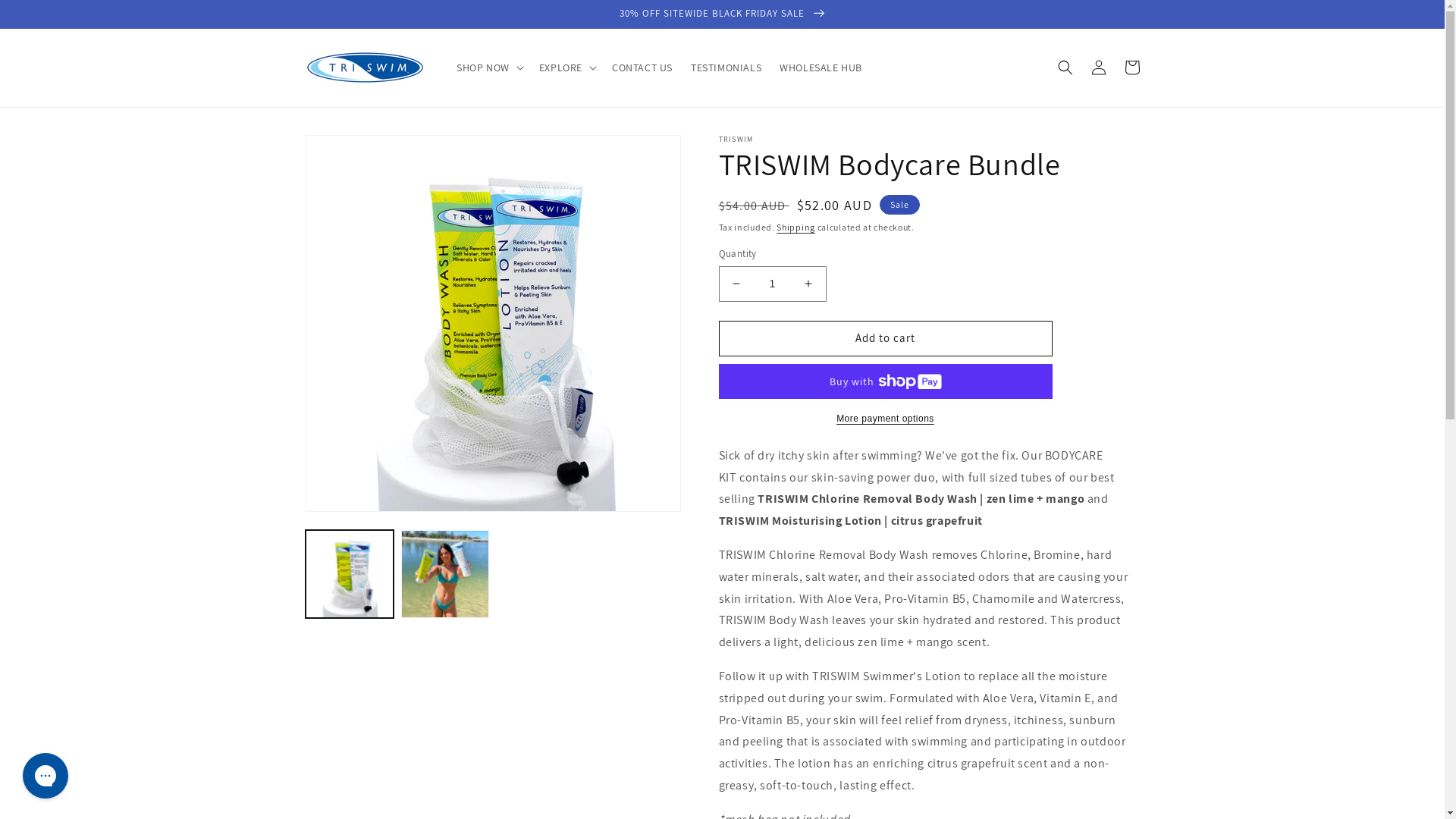 The width and height of the screenshot is (1456, 819). I want to click on 'Cart', so click(1131, 66).